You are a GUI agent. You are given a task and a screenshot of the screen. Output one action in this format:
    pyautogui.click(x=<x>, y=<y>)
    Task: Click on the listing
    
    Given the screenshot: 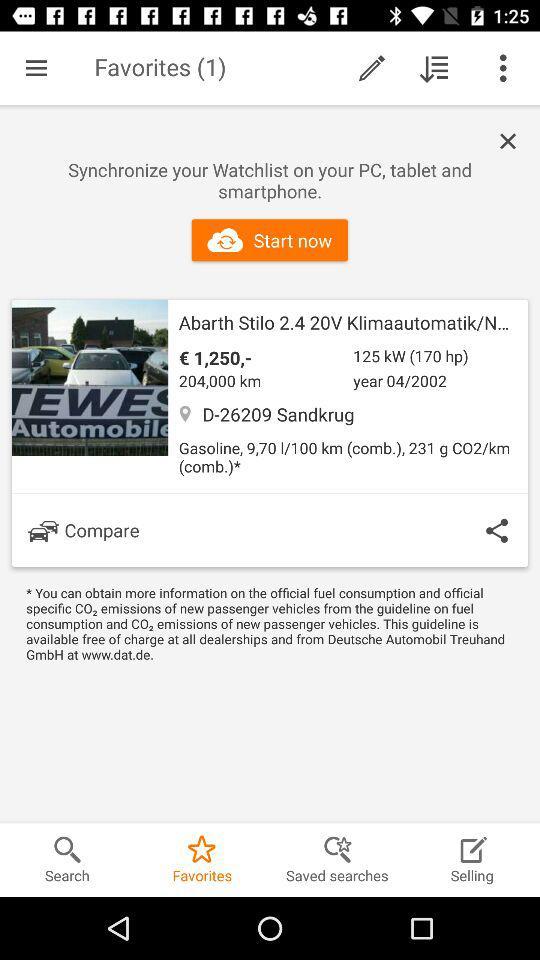 What is the action you would take?
    pyautogui.click(x=513, y=140)
    